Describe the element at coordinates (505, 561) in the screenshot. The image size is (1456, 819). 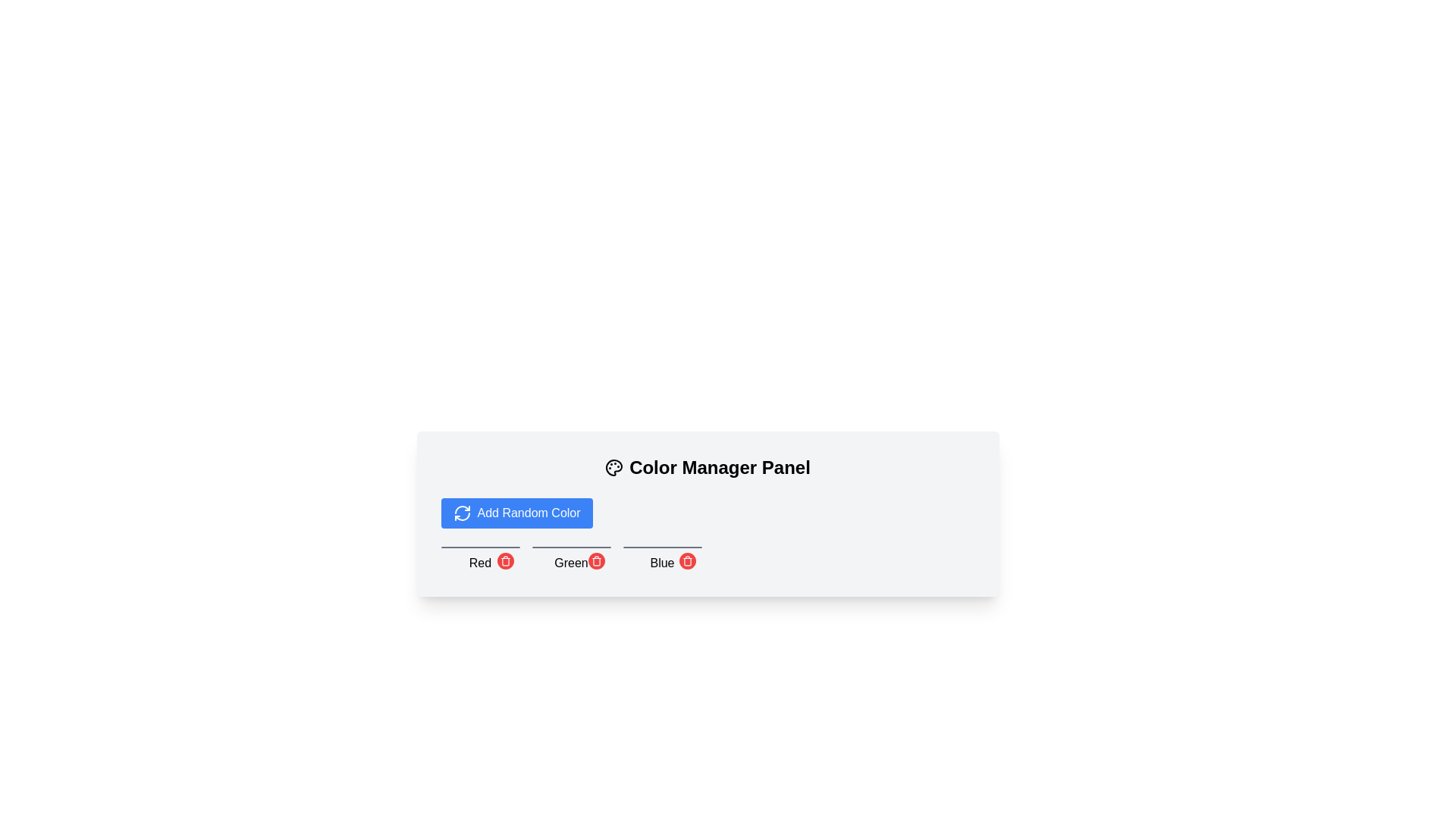
I see `the small red trash can icon button, which is part of the Color Manager Panel and is located next to the 'Red' label, to possibly reveal a tooltip` at that location.